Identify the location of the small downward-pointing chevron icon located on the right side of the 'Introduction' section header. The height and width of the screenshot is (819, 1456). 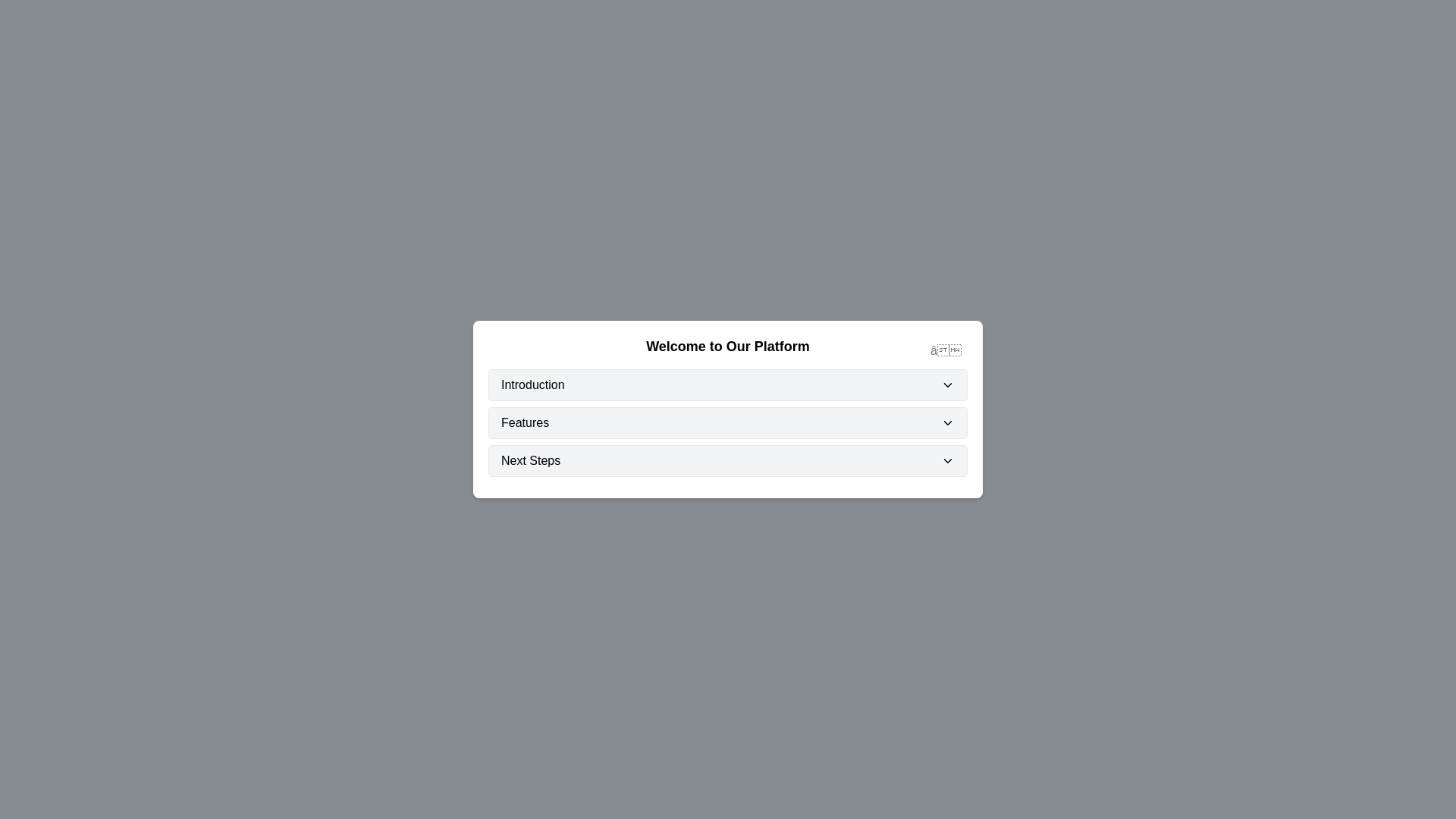
(946, 384).